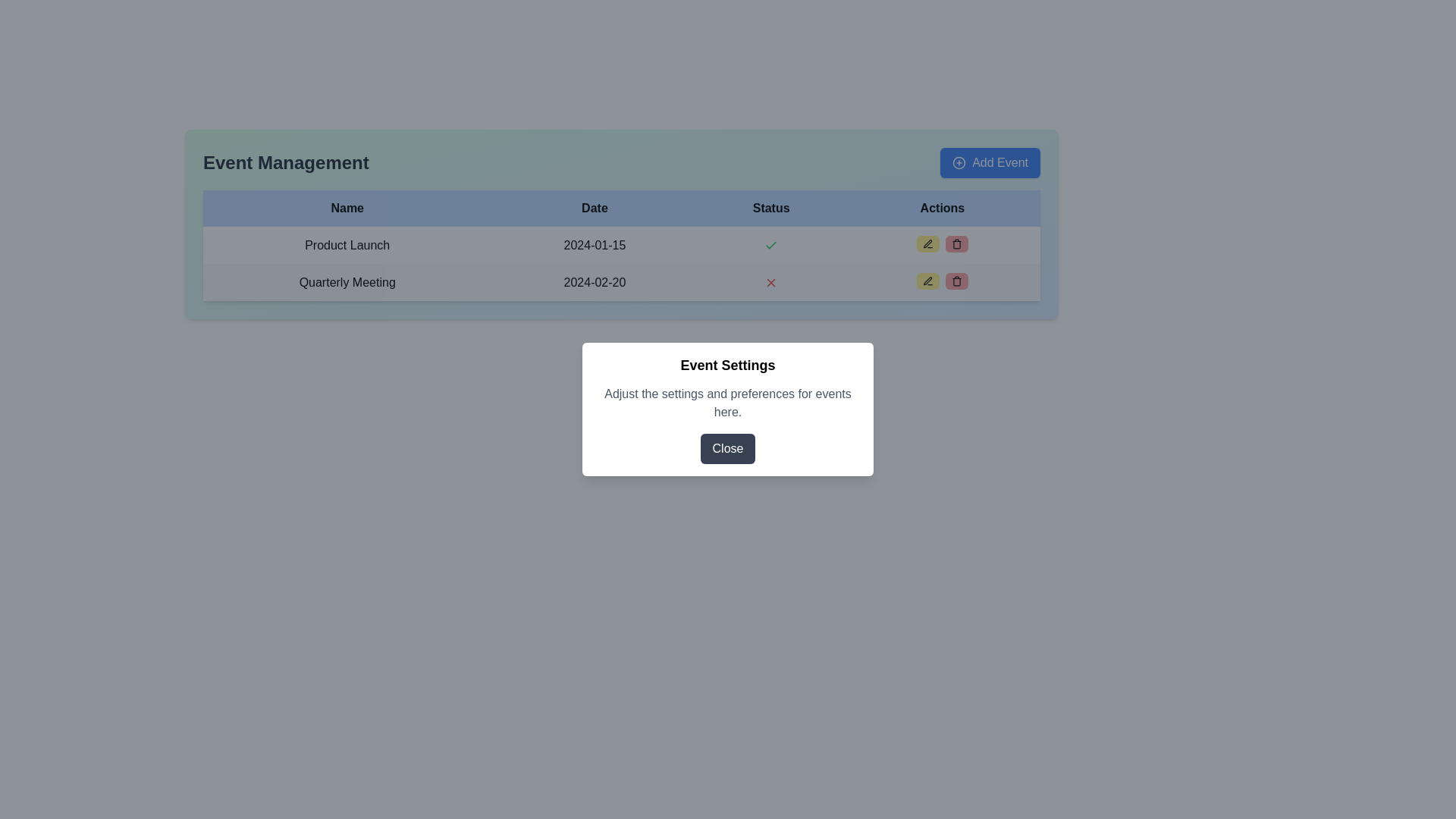 The width and height of the screenshot is (1456, 819). What do you see at coordinates (728, 447) in the screenshot?
I see `the 'Close' button located at the bottom center of the 'Event Settings' modal dialog to change its appearance` at bounding box center [728, 447].